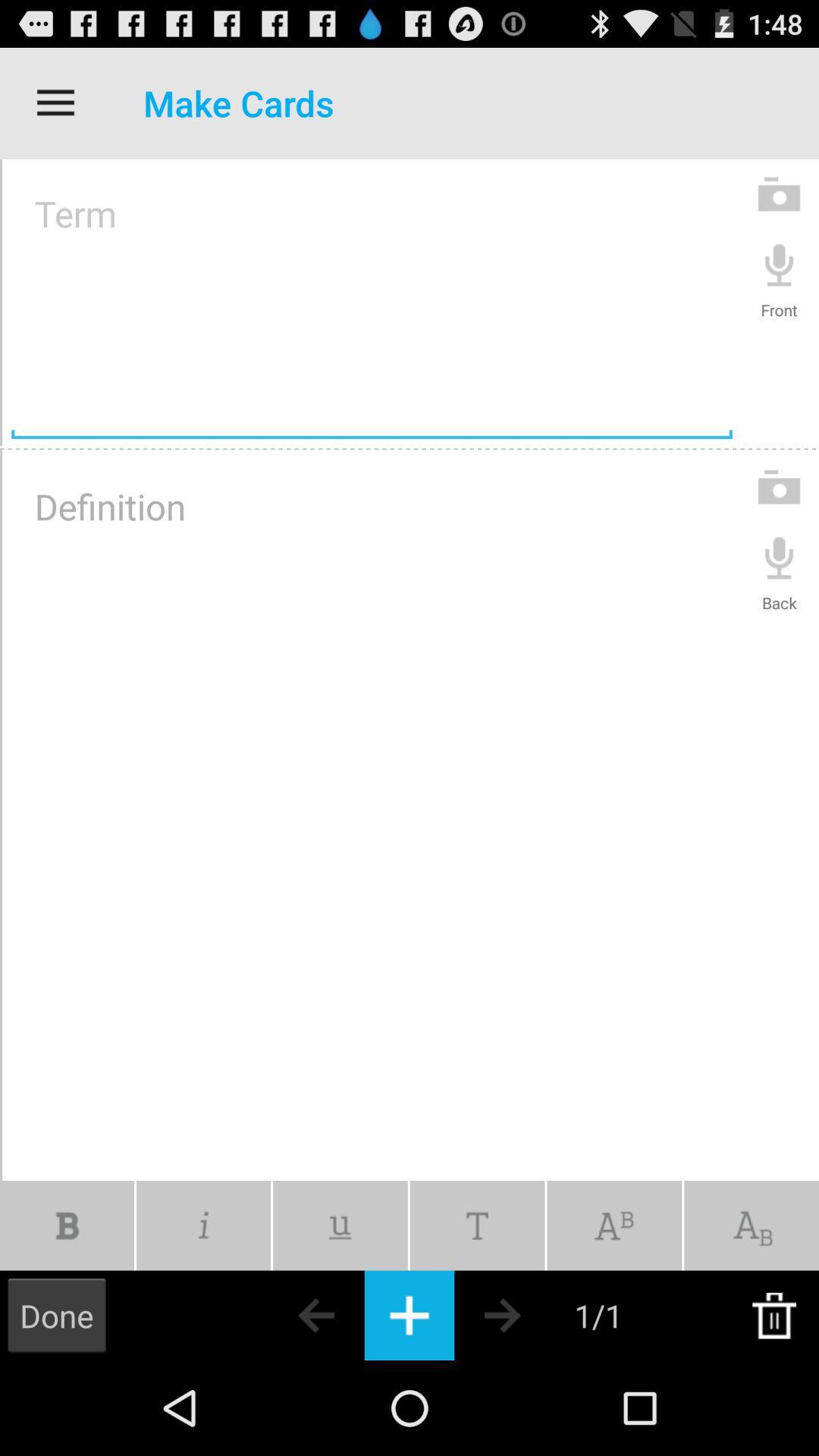 The image size is (819, 1456). What do you see at coordinates (66, 1225) in the screenshot?
I see `item above done icon` at bounding box center [66, 1225].